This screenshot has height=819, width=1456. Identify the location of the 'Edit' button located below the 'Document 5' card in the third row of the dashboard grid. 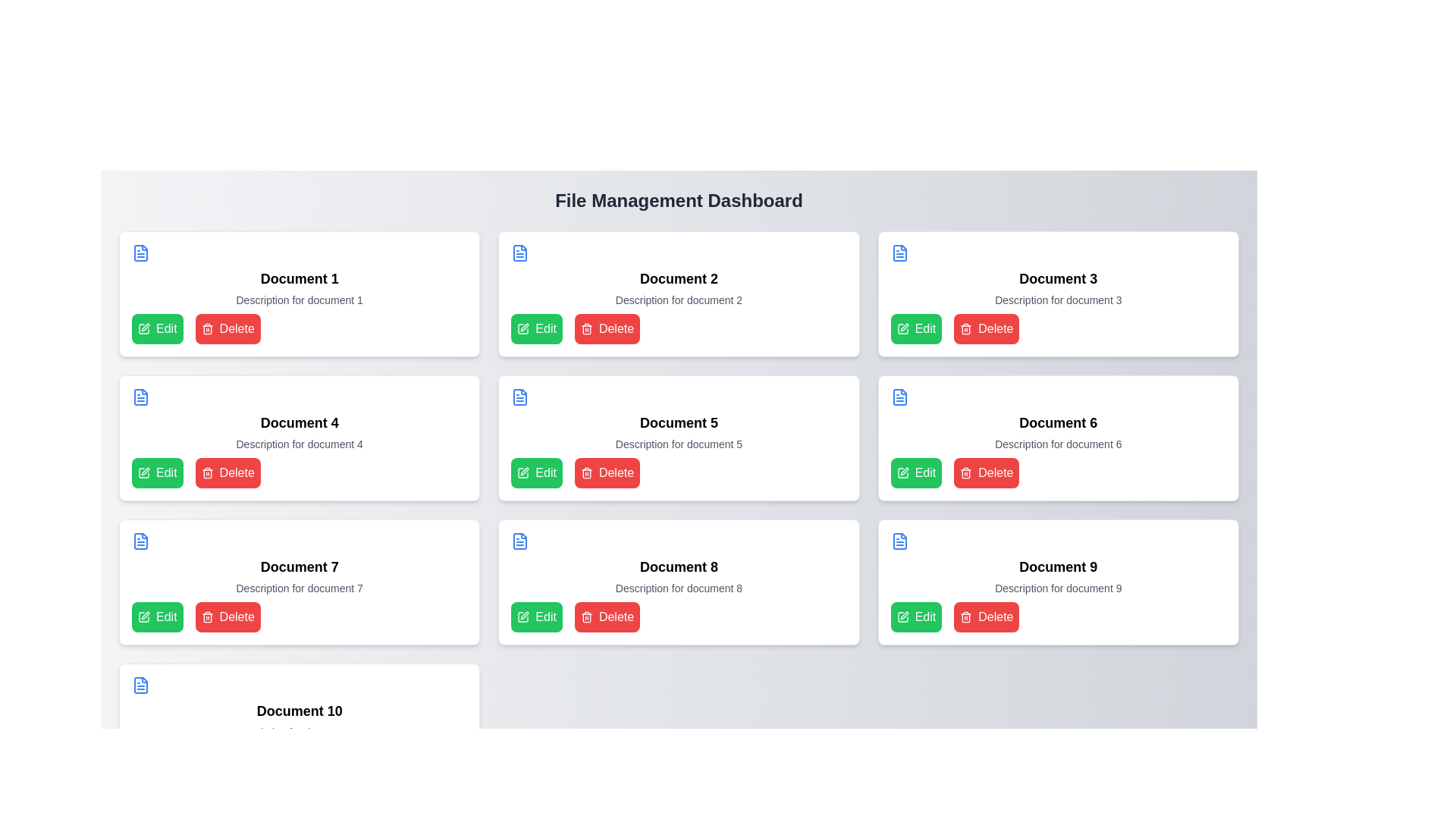
(537, 472).